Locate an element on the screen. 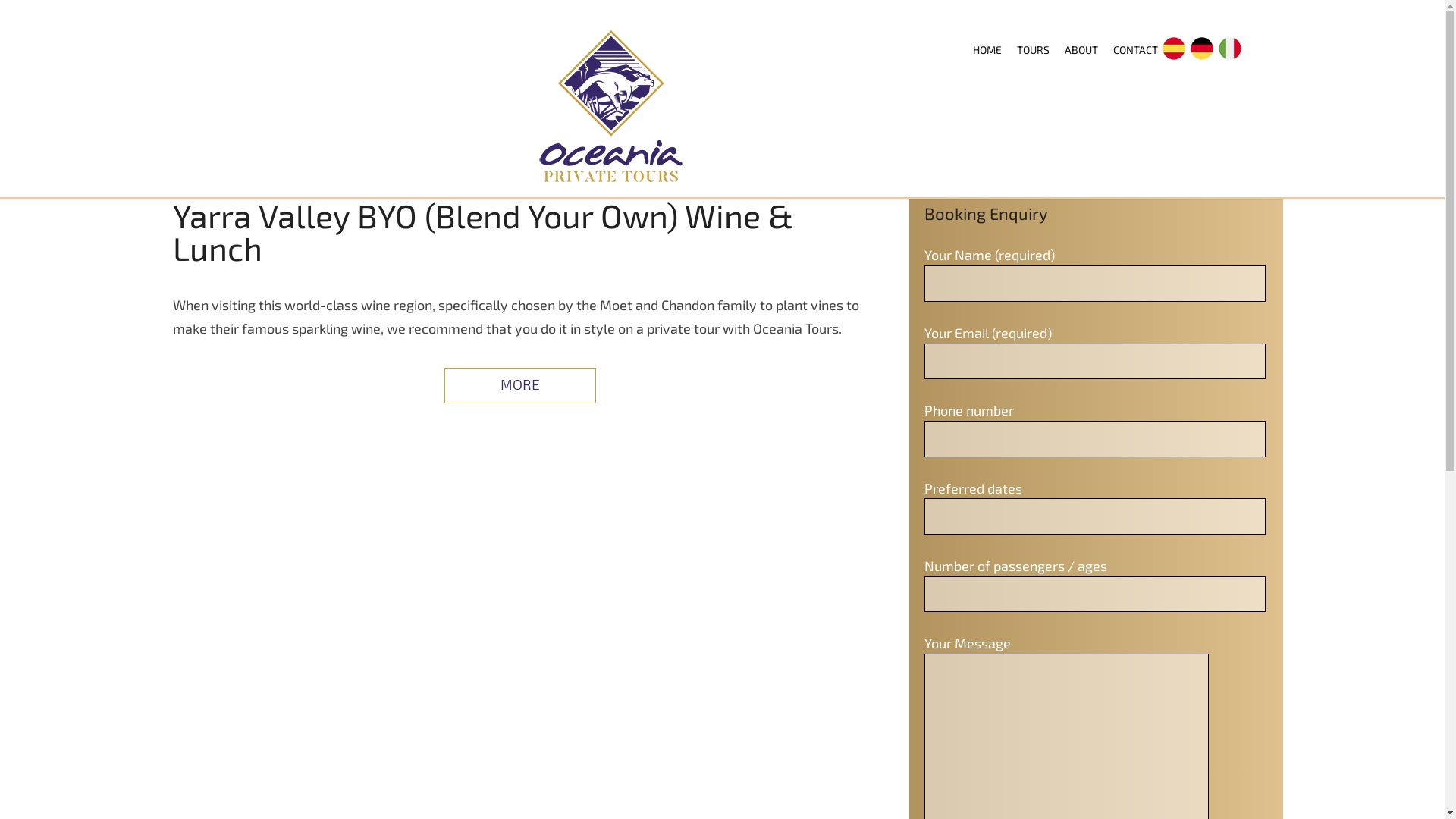 This screenshot has height=819, width=1456. 'MORE' is located at coordinates (520, 384).